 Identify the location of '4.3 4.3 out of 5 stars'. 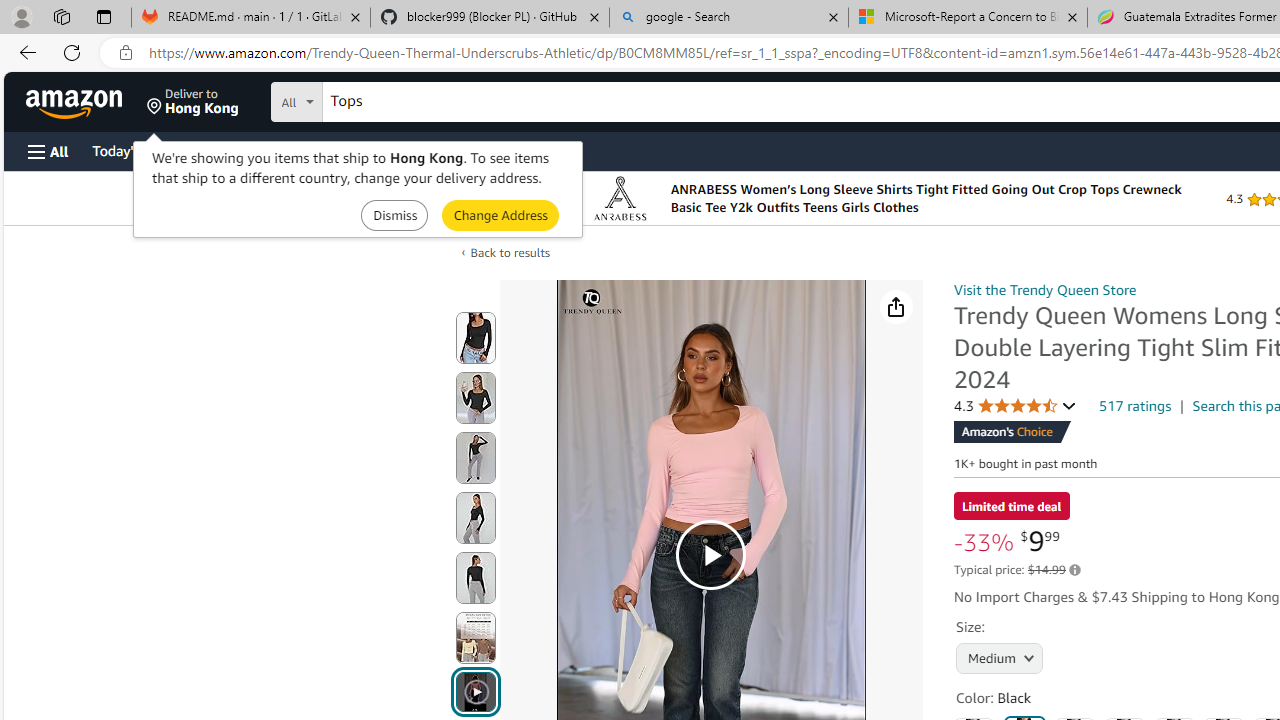
(1015, 405).